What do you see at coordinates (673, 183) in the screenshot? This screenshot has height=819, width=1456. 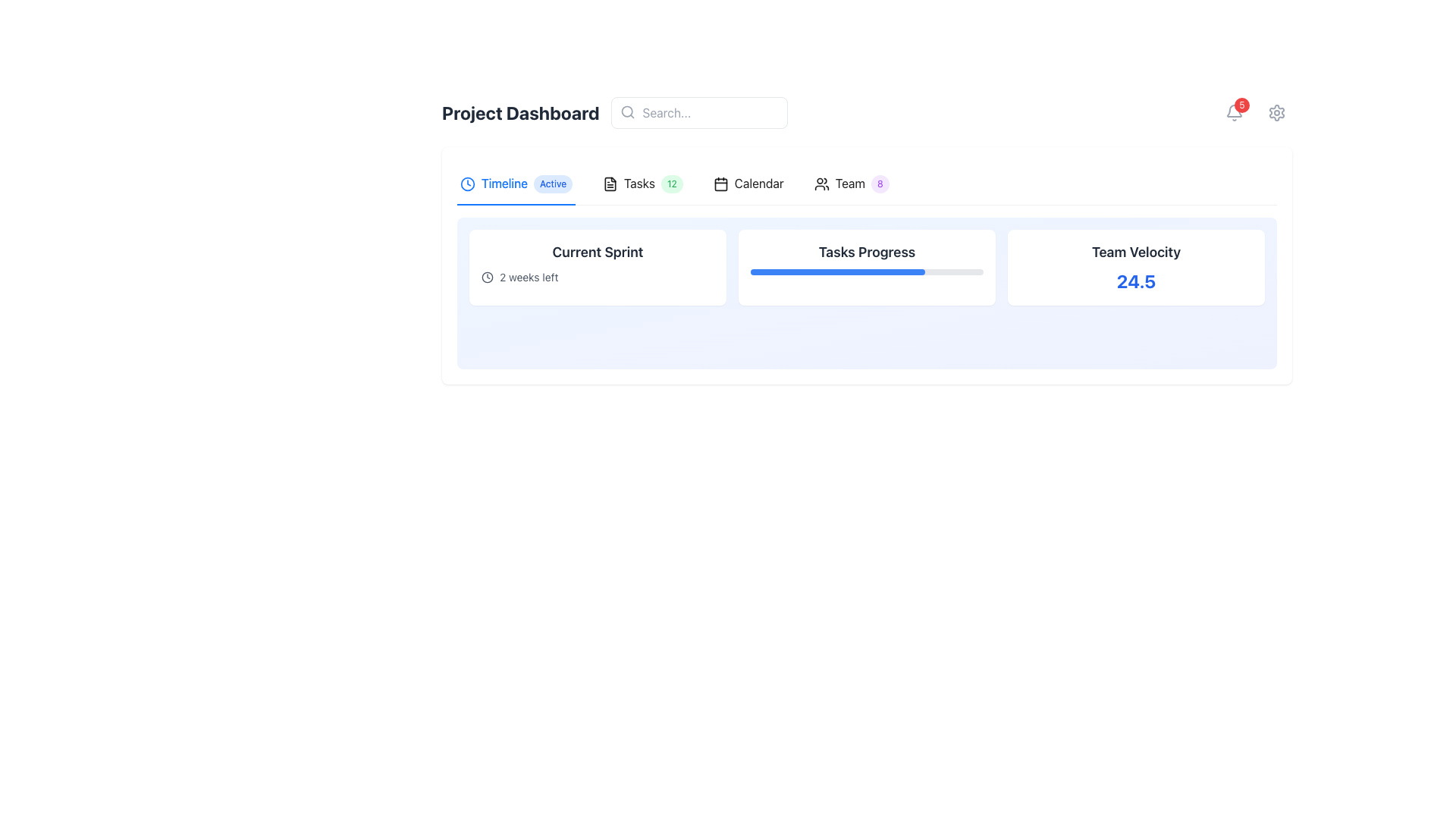 I see `the second navigation tab in the upper-central region of the interface` at bounding box center [673, 183].